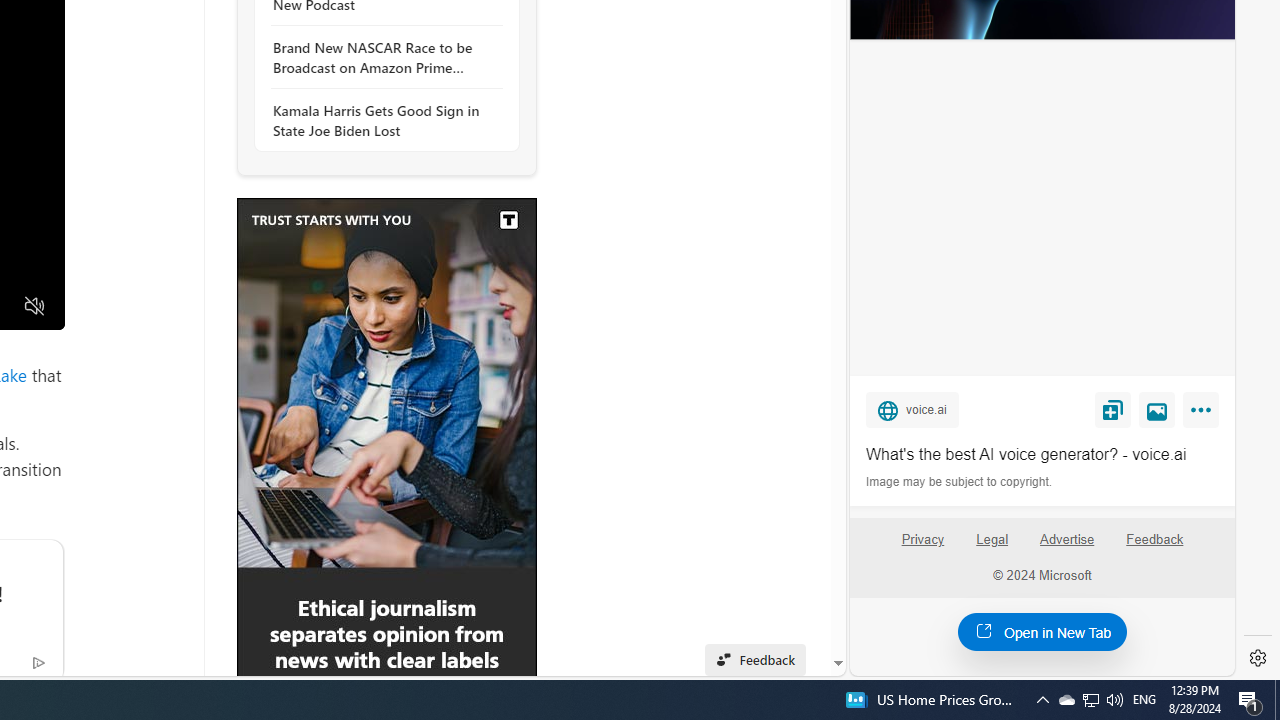 The height and width of the screenshot is (720, 1280). Describe the element at coordinates (911, 408) in the screenshot. I see `'voice.ai'` at that location.